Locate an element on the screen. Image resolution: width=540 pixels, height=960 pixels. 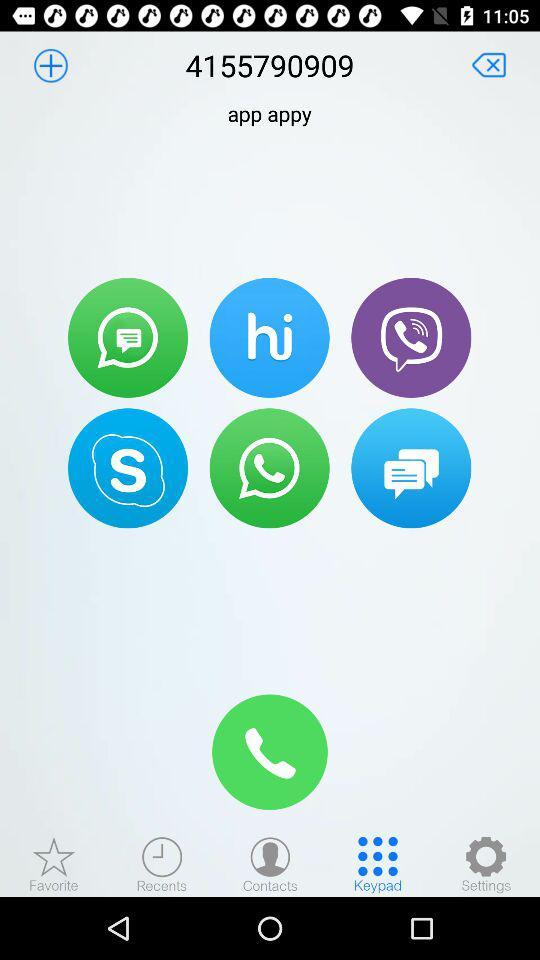
the back icon below time is located at coordinates (488, 65).